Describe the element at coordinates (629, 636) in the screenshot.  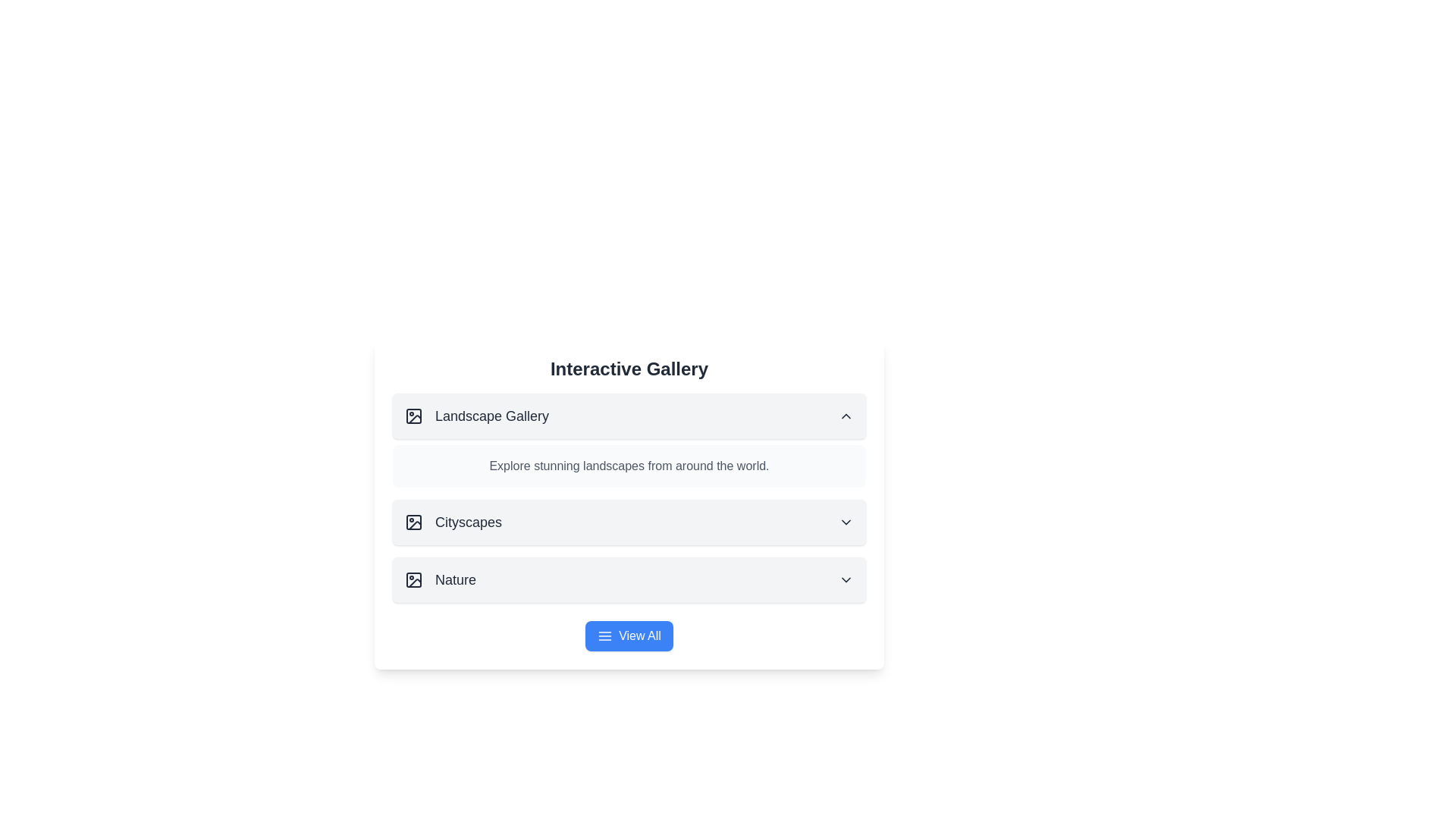
I see `the 'View All' button with a blue background and white text, located below the 'Landscape Gallery', 'Cityscapes', and 'Nature' sections` at that location.